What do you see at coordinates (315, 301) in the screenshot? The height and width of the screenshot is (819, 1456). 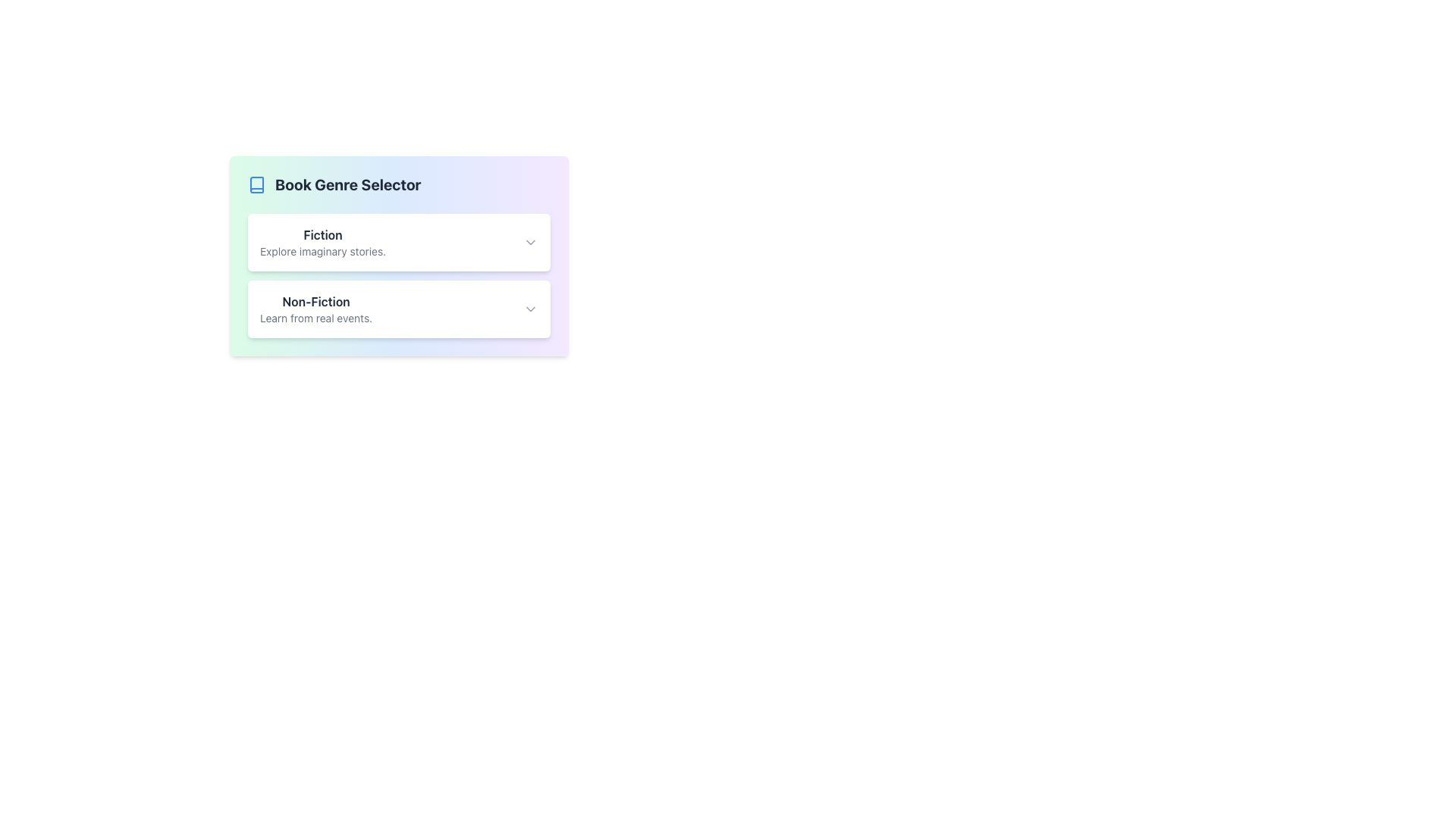 I see `the 'Non-Fiction' text label, which is a bold, medium-sized, dark gray heading located between 'Fiction' and a subtext about learning from real events` at bounding box center [315, 301].